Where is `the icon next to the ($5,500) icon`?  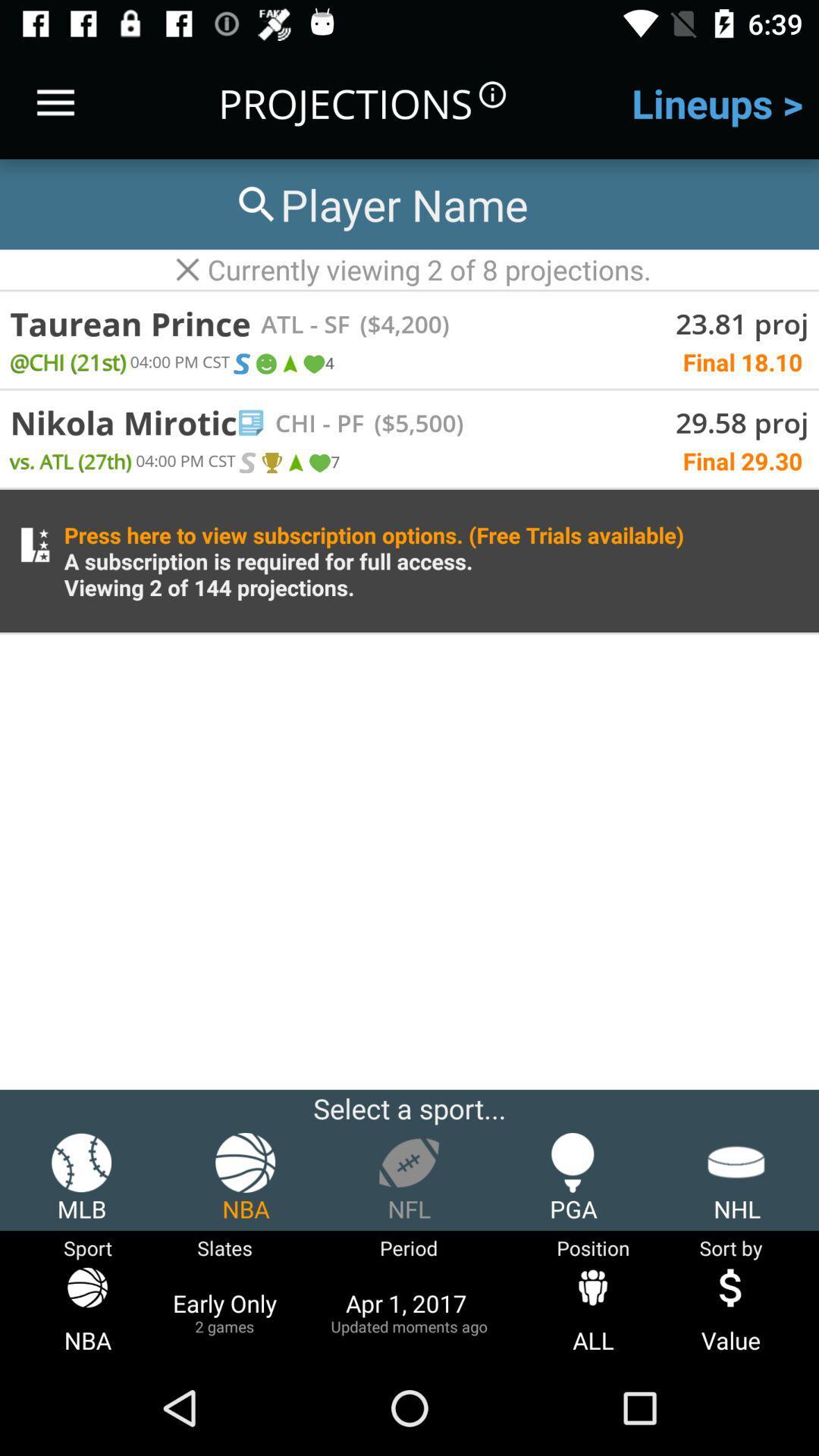 the icon next to the ($5,500) icon is located at coordinates (339, 422).